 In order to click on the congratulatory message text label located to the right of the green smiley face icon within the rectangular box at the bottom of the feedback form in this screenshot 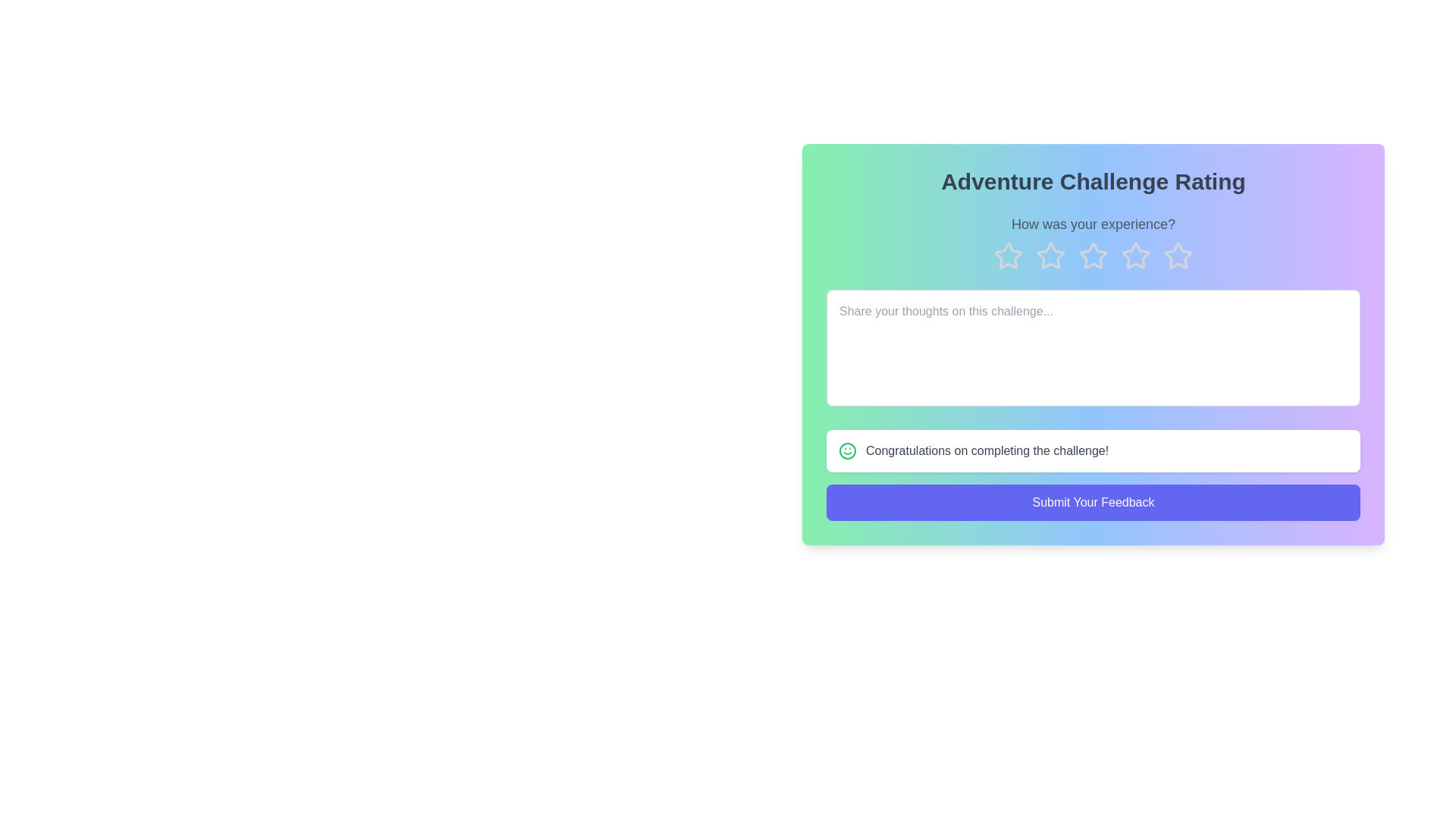, I will do `click(987, 450)`.